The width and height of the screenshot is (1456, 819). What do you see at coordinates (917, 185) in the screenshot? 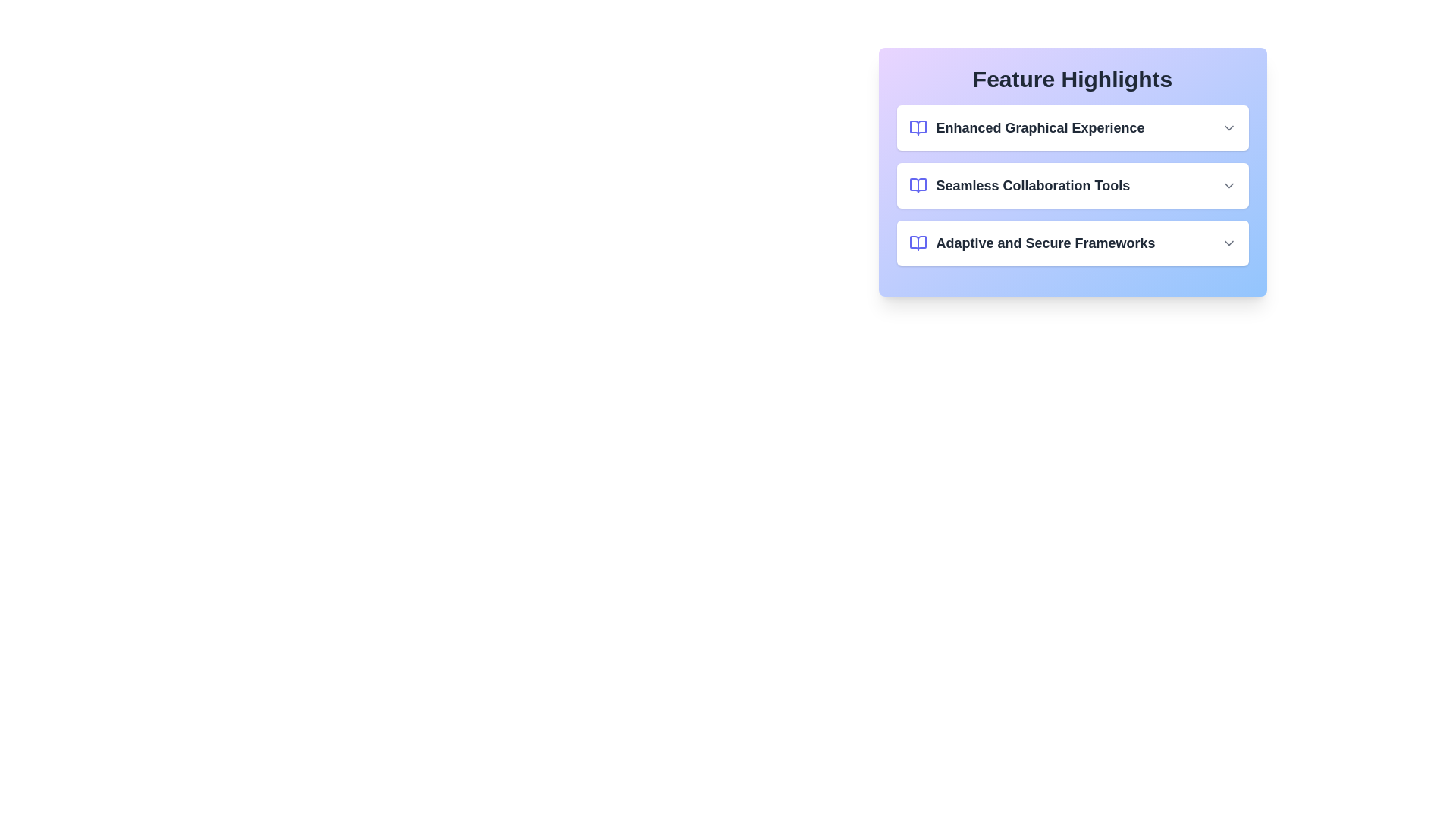
I see `the indigo blue graphic icon representing an open book, located in the middle entry of the 'Feature Highlights' list, to the left of 'Seamless Collaboration Tools'` at bounding box center [917, 185].